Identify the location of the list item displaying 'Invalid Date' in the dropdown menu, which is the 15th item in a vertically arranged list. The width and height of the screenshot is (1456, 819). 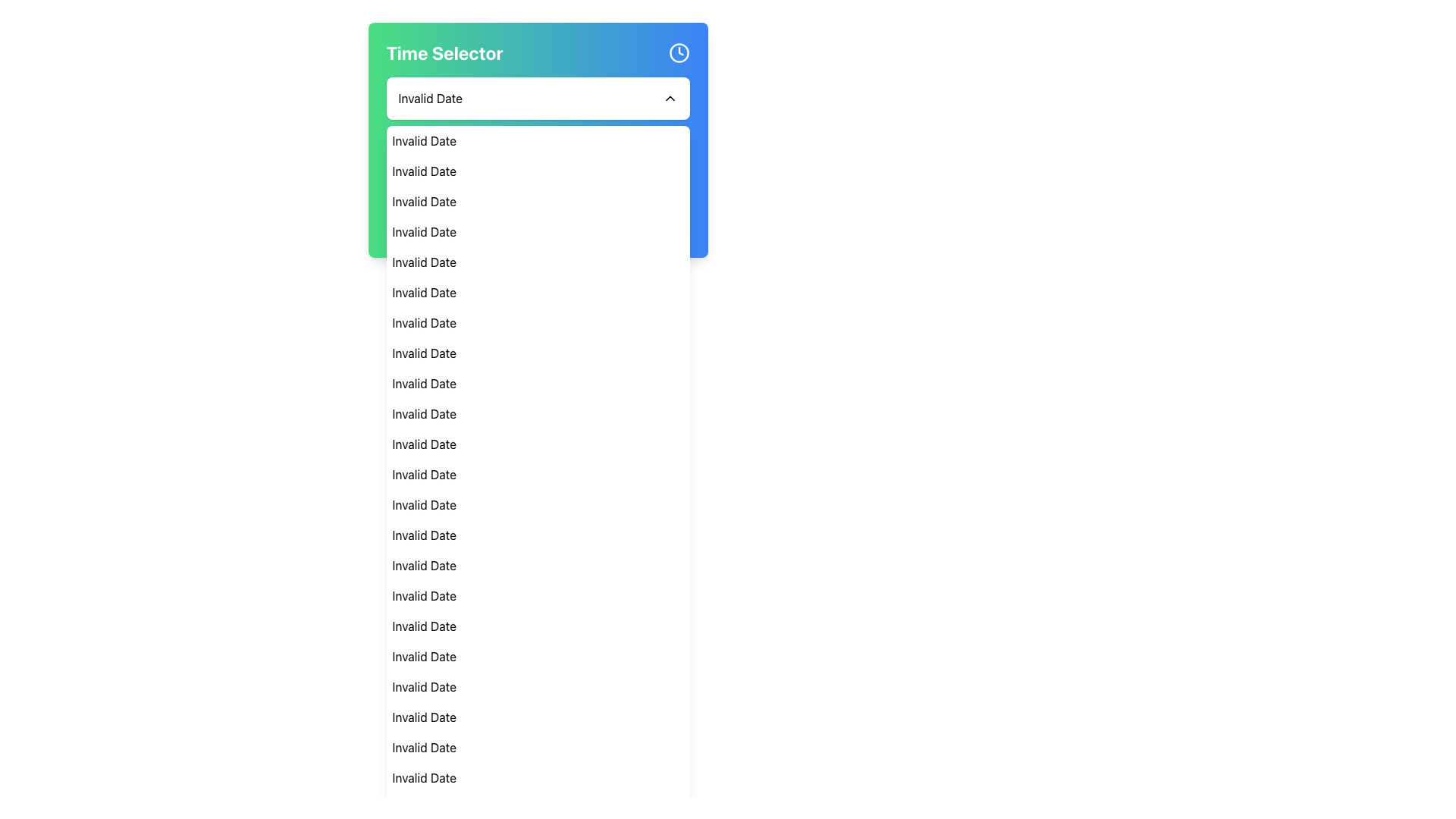
(538, 565).